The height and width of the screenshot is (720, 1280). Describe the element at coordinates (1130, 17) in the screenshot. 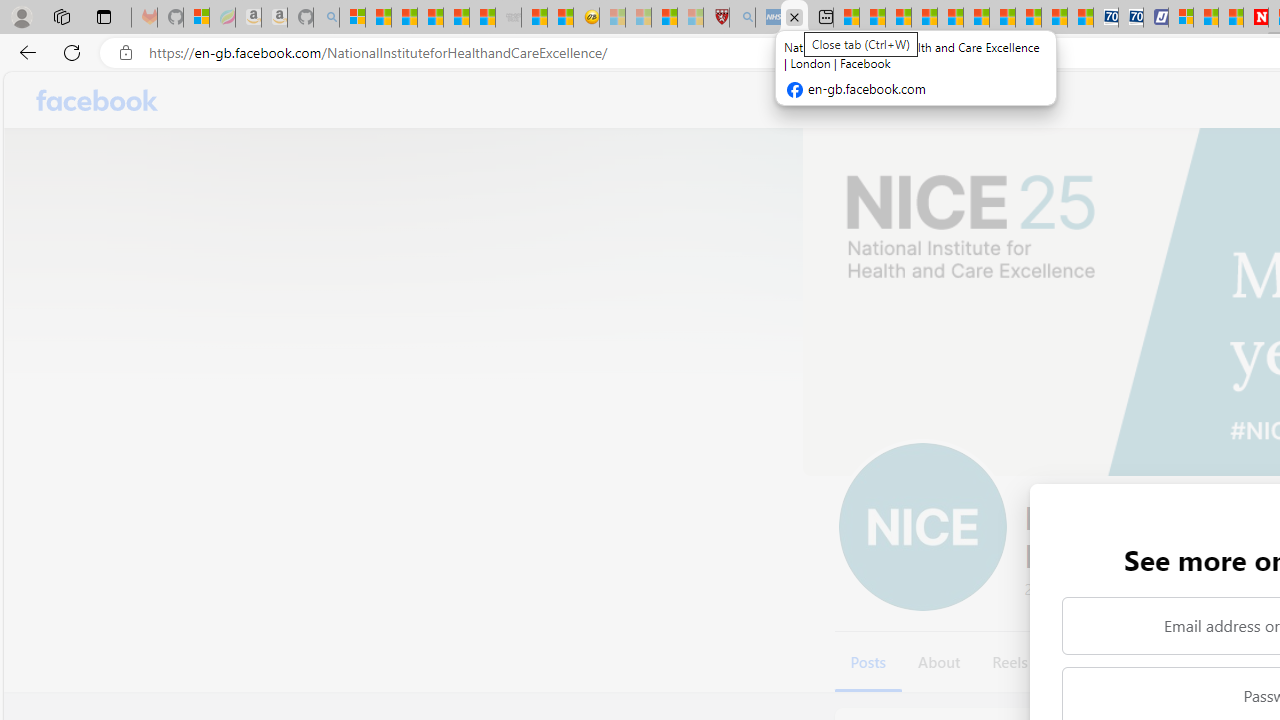

I see `'Cheap Hotels - Save70.com'` at that location.